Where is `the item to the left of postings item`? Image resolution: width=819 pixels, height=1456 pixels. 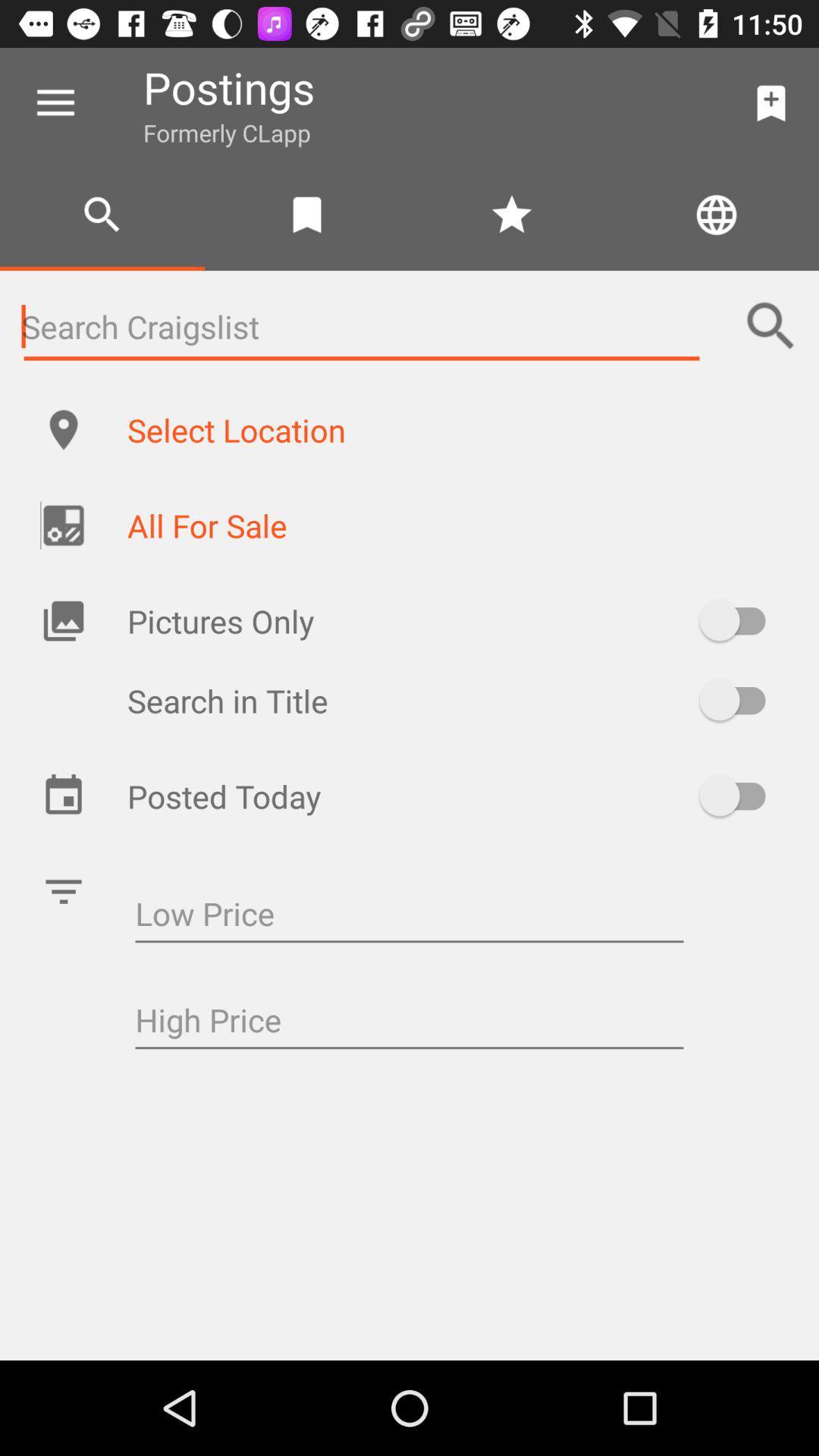
the item to the left of postings item is located at coordinates (55, 102).